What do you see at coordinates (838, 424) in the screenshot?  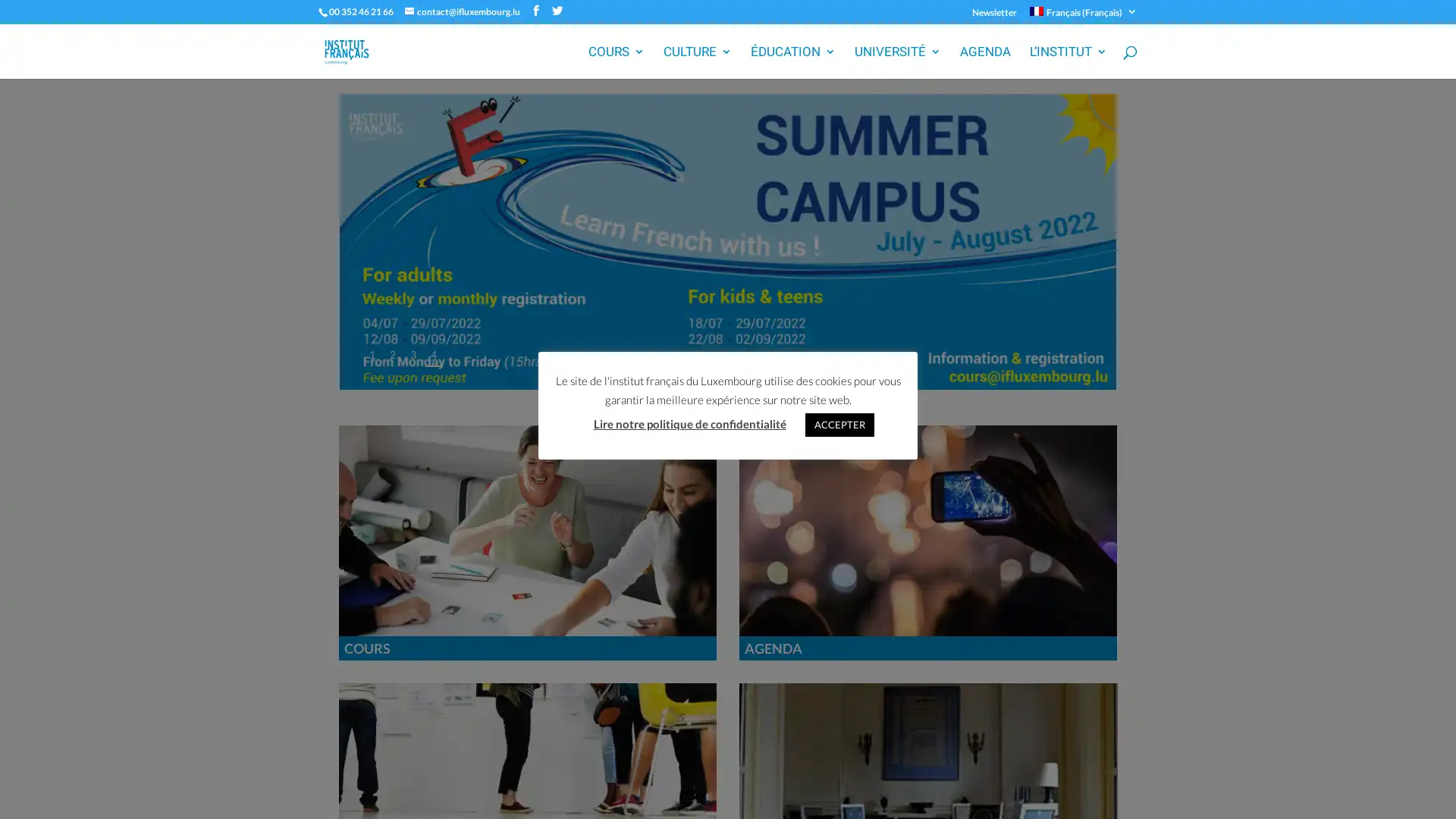 I see `ACCEPTER` at bounding box center [838, 424].